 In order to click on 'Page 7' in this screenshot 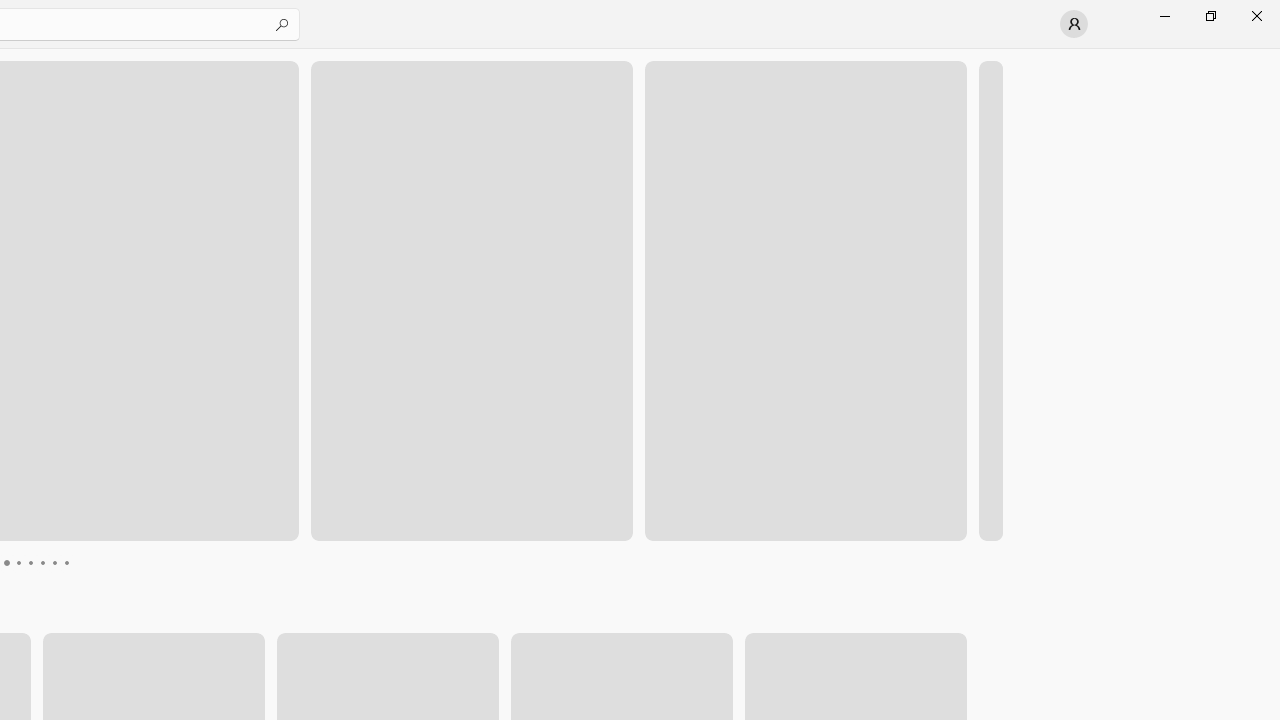, I will do `click(54, 563)`.